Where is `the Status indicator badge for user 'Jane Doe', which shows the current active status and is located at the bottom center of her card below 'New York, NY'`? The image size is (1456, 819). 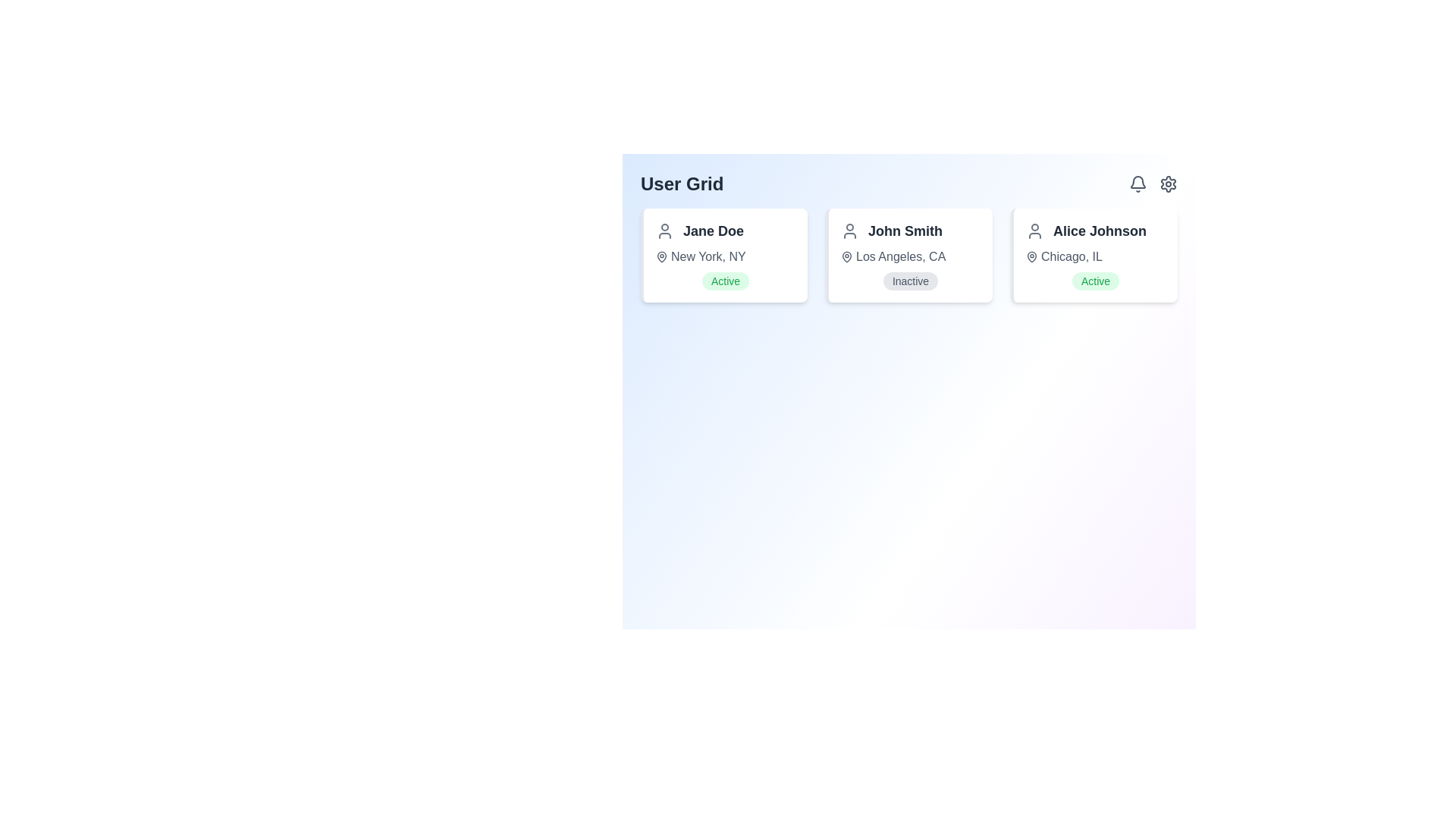 the Status indicator badge for user 'Jane Doe', which shows the current active status and is located at the bottom center of her card below 'New York, NY' is located at coordinates (724, 281).